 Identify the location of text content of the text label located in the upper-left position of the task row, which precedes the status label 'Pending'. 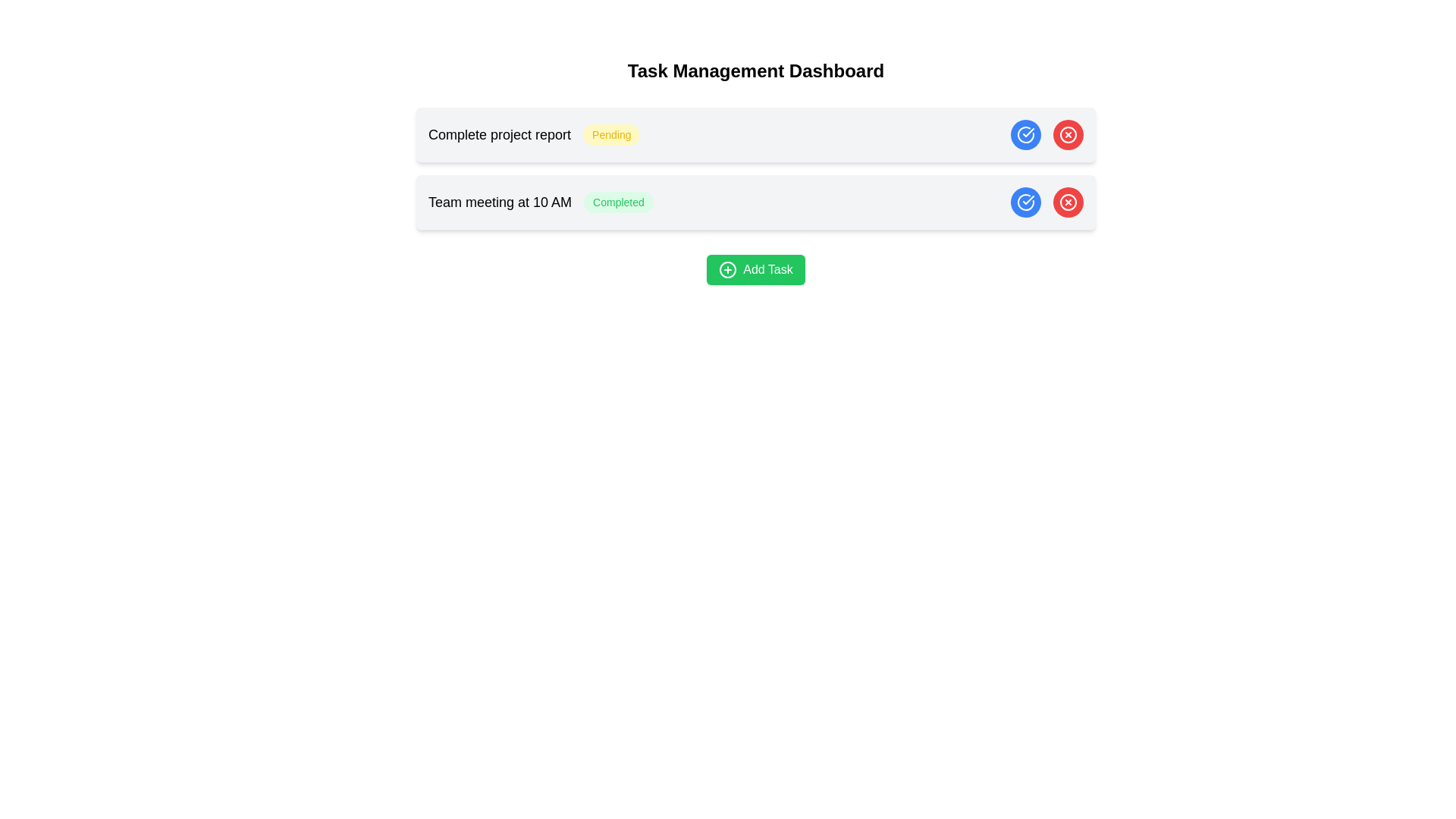
(500, 133).